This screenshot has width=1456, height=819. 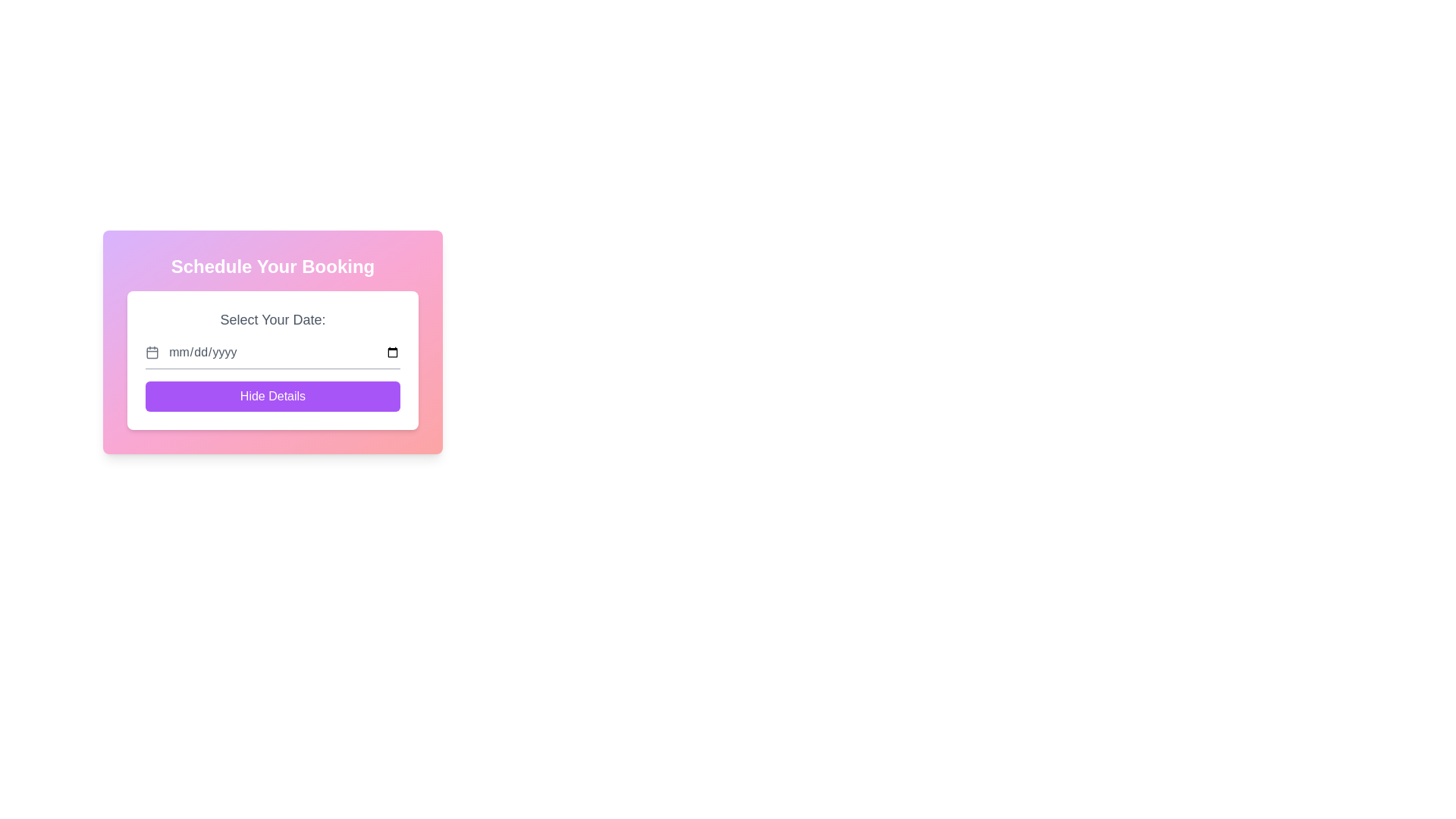 What do you see at coordinates (152, 353) in the screenshot?
I see `the calendar icon in the booking interface, which is a small vector graphic with gray lines outlining a calendar, located to the left of the date input field` at bounding box center [152, 353].